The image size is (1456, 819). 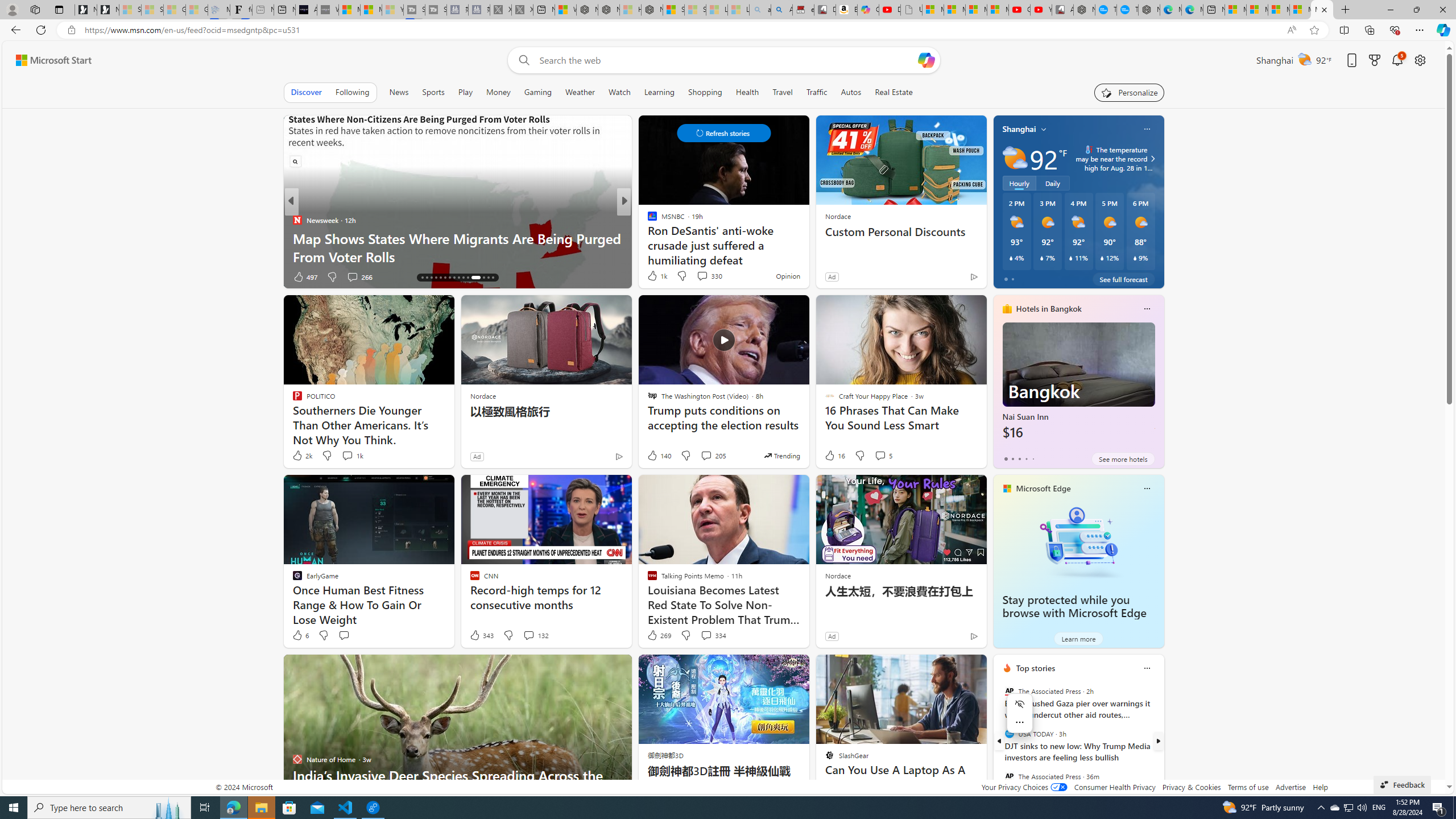 What do you see at coordinates (1019, 128) in the screenshot?
I see `'Shanghai'` at bounding box center [1019, 128].